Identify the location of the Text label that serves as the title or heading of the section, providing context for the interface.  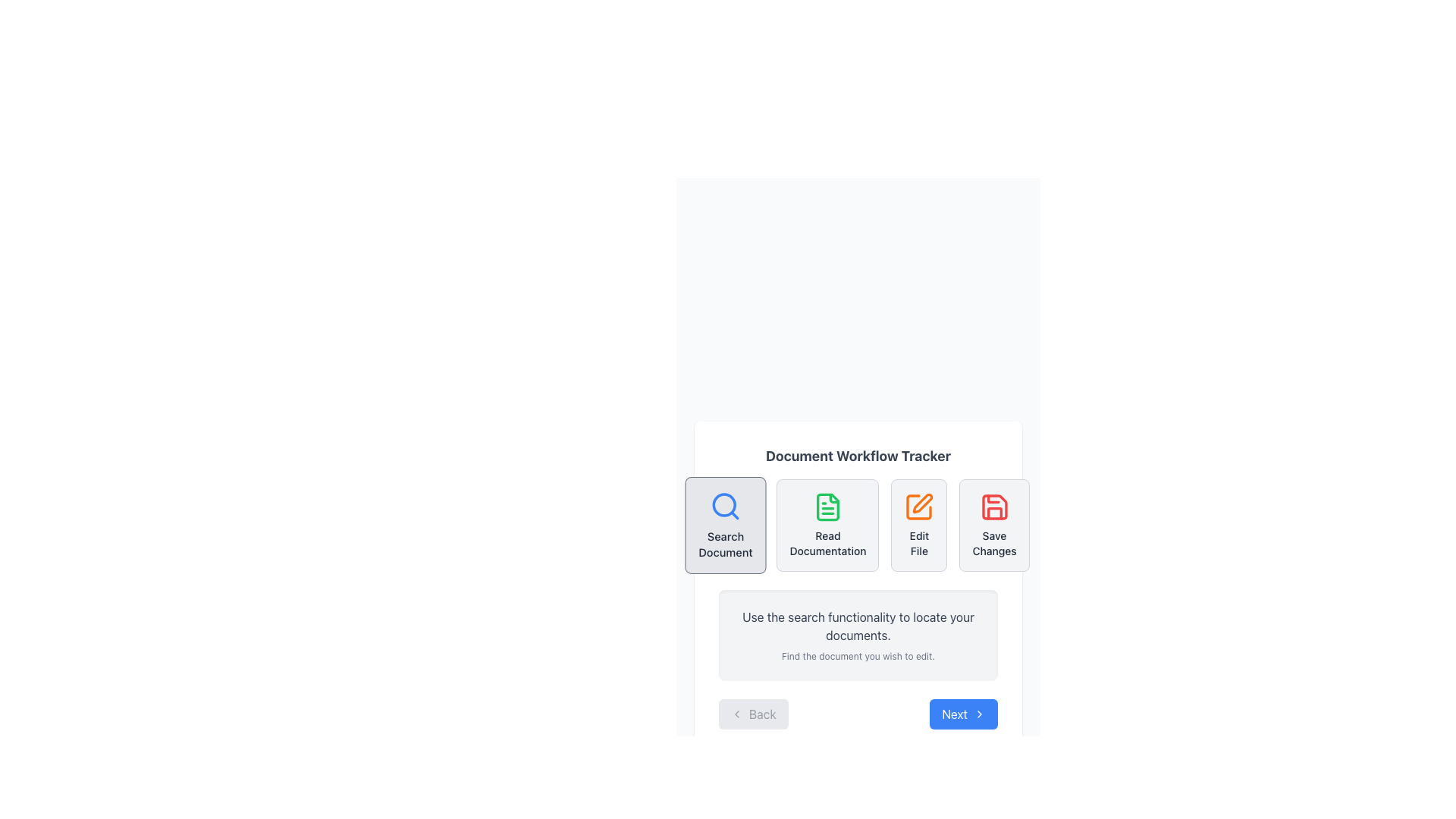
(858, 455).